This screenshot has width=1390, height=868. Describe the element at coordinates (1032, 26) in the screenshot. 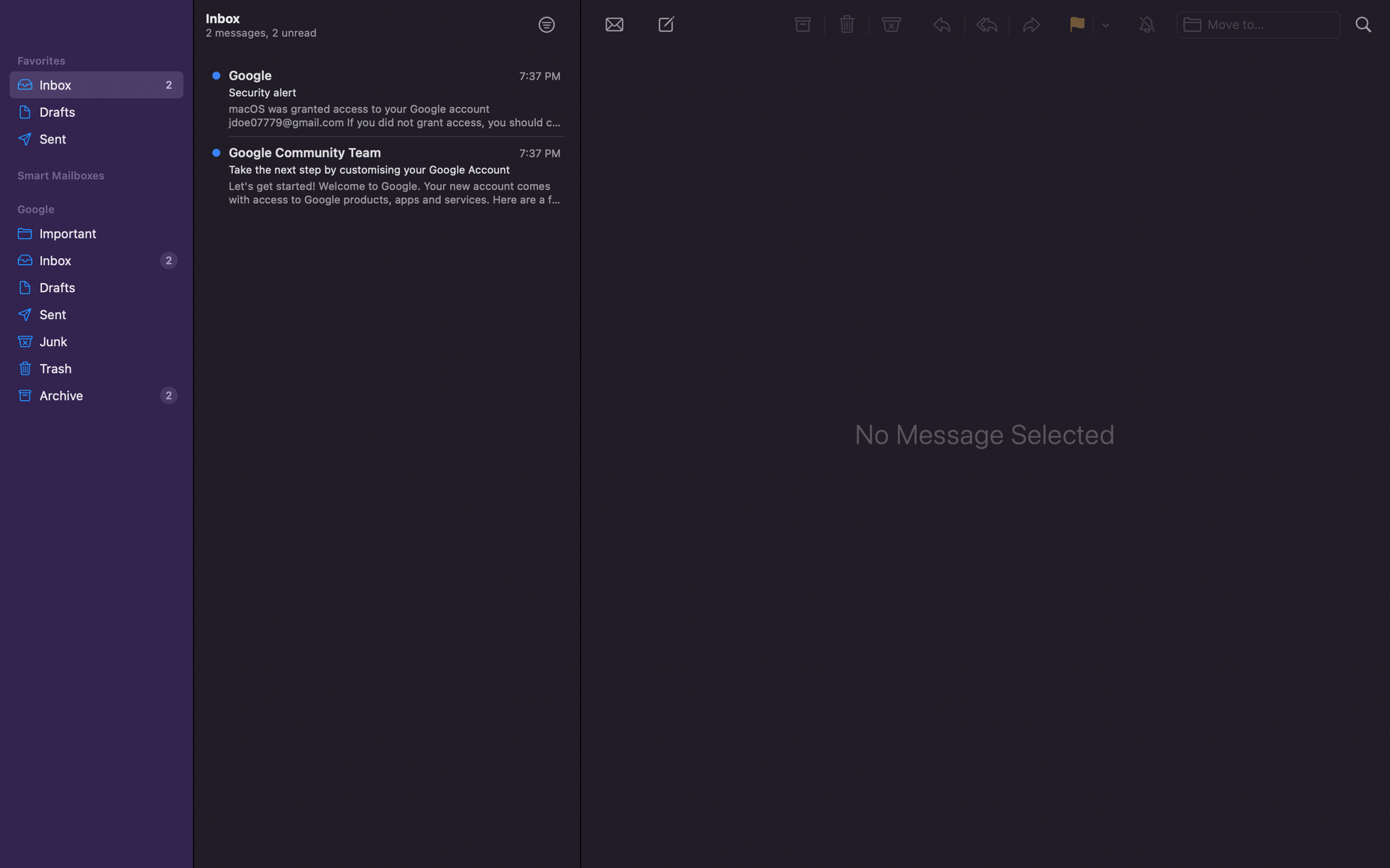

I see `Opt for the forward function for the selected conversation` at that location.